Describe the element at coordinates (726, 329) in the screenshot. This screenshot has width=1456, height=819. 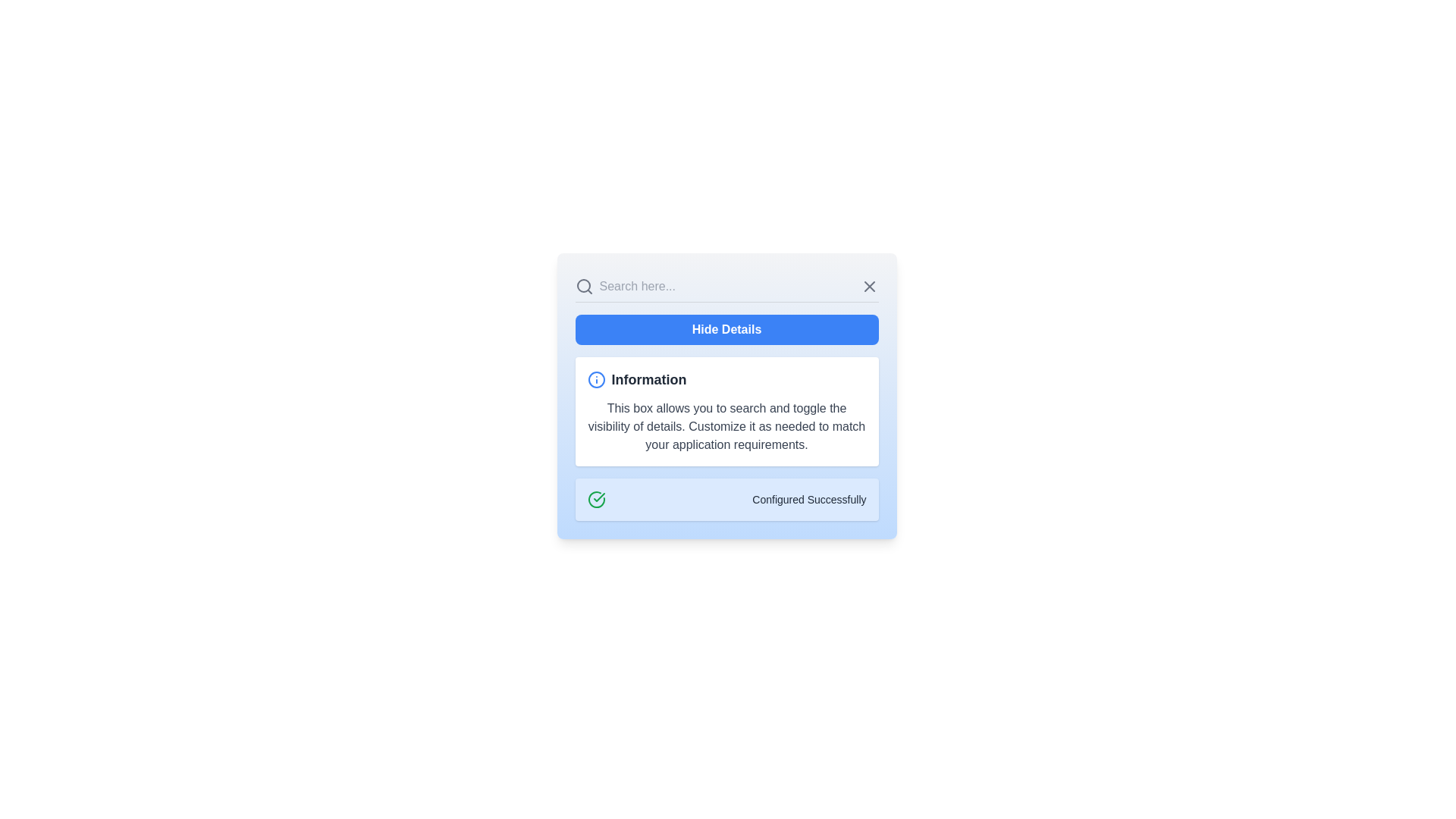
I see `the toggle button located below the search input field and above the informational content to hide the details` at that location.